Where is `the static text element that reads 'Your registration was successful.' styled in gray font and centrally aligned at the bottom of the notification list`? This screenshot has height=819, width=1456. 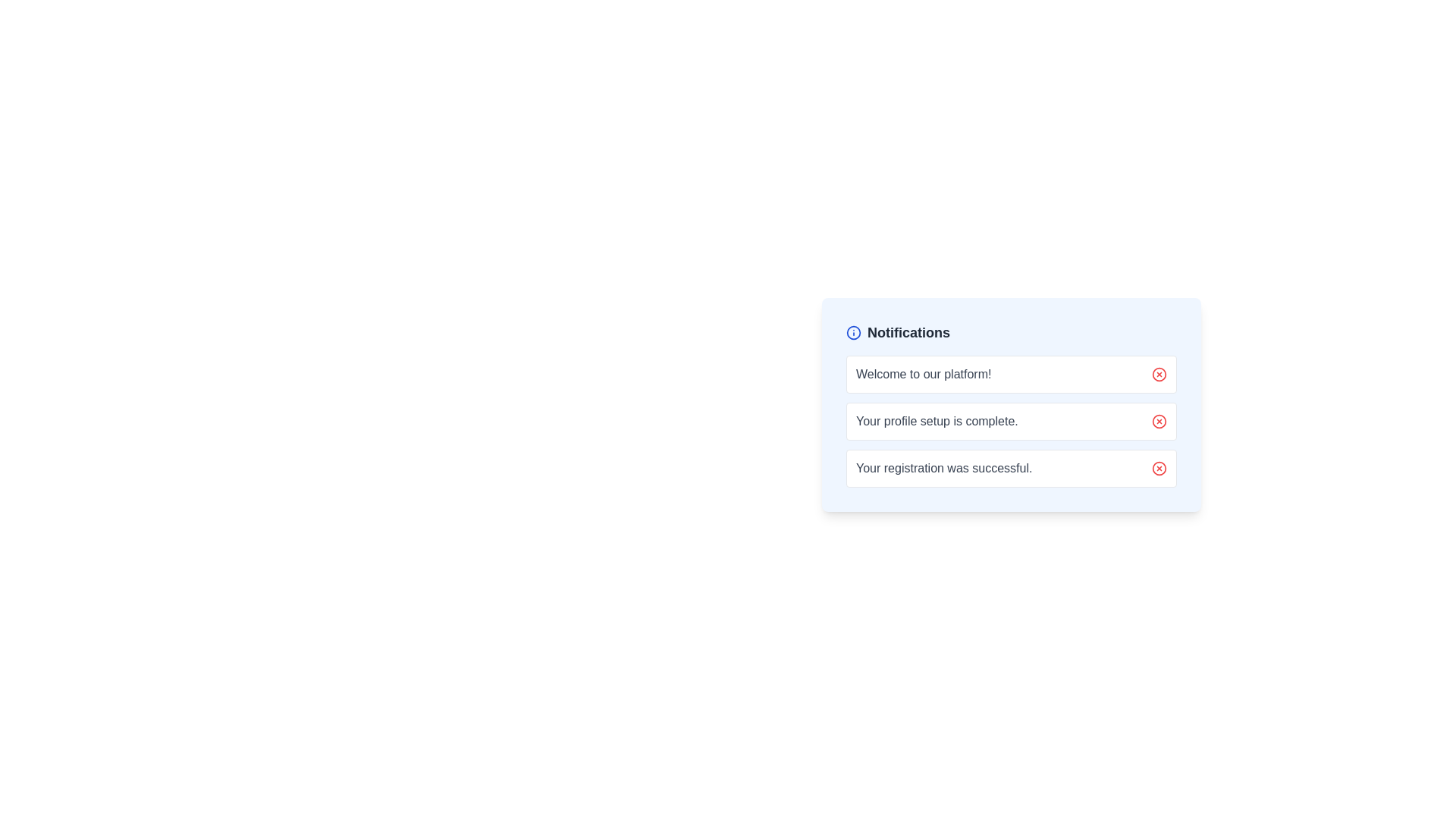 the static text element that reads 'Your registration was successful.' styled in gray font and centrally aligned at the bottom of the notification list is located at coordinates (943, 467).